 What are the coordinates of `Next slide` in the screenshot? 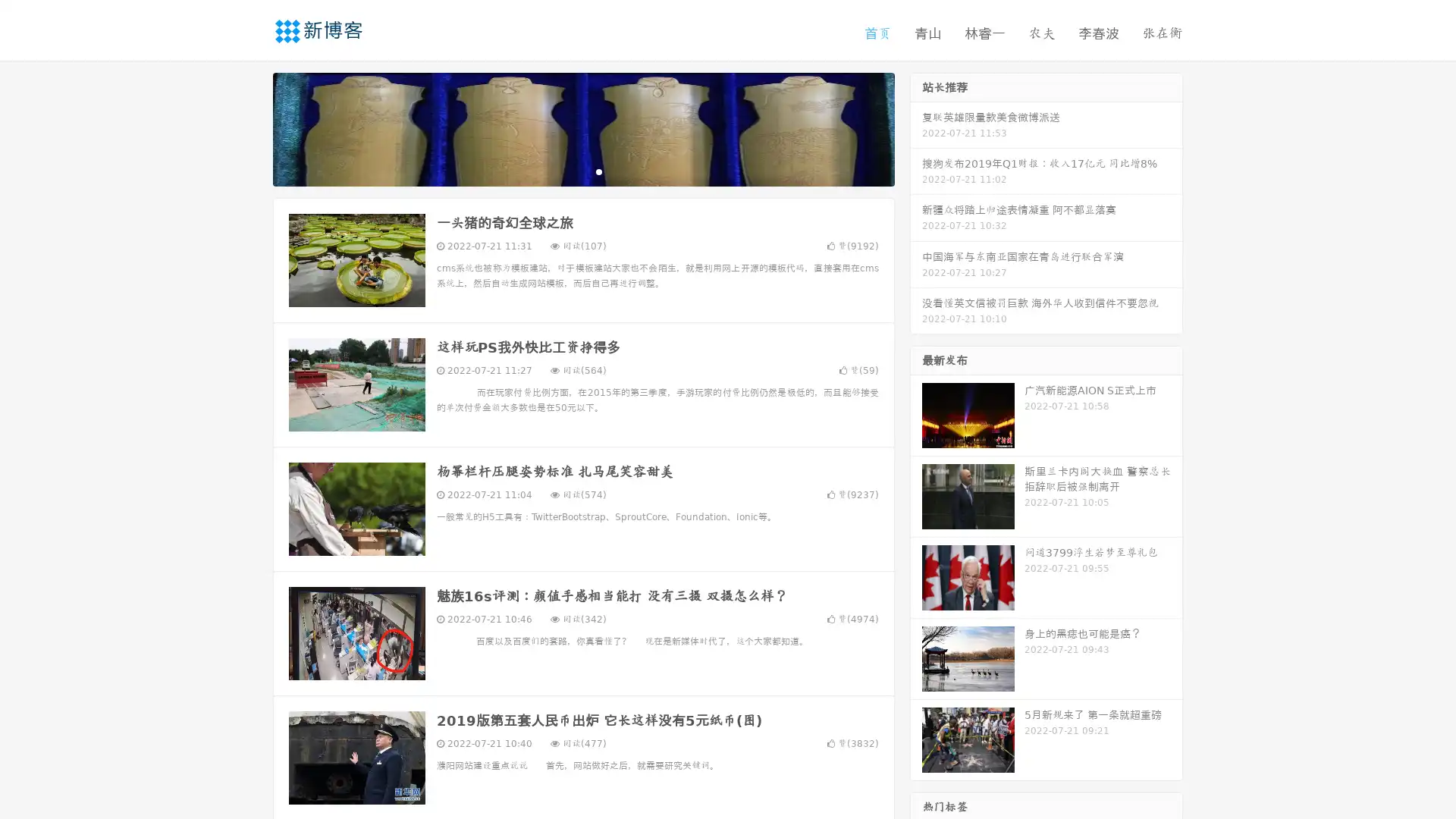 It's located at (916, 127).